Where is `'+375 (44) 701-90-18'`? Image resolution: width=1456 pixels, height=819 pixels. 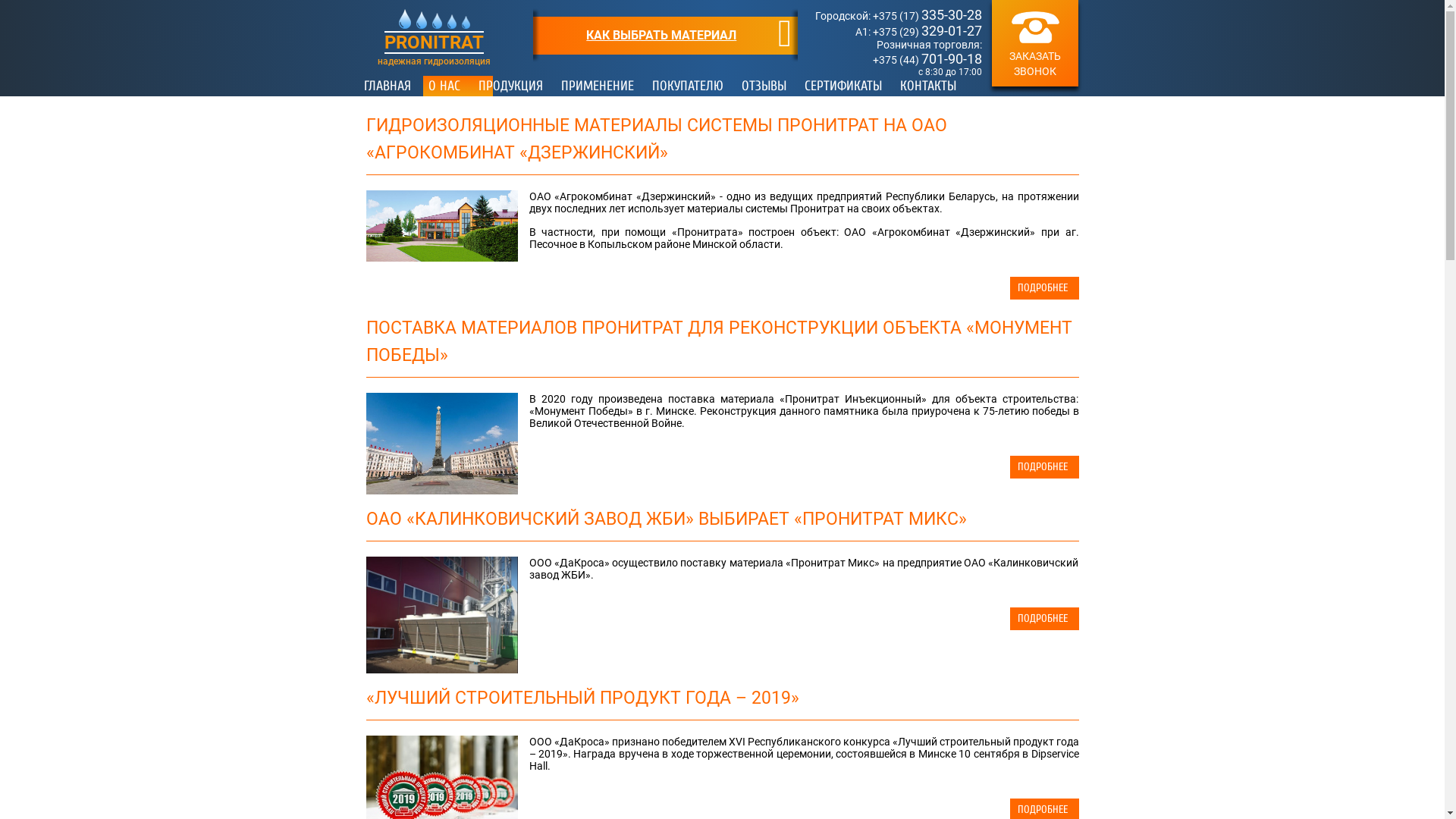
'+375 (44) 701-90-18' is located at coordinates (927, 58).